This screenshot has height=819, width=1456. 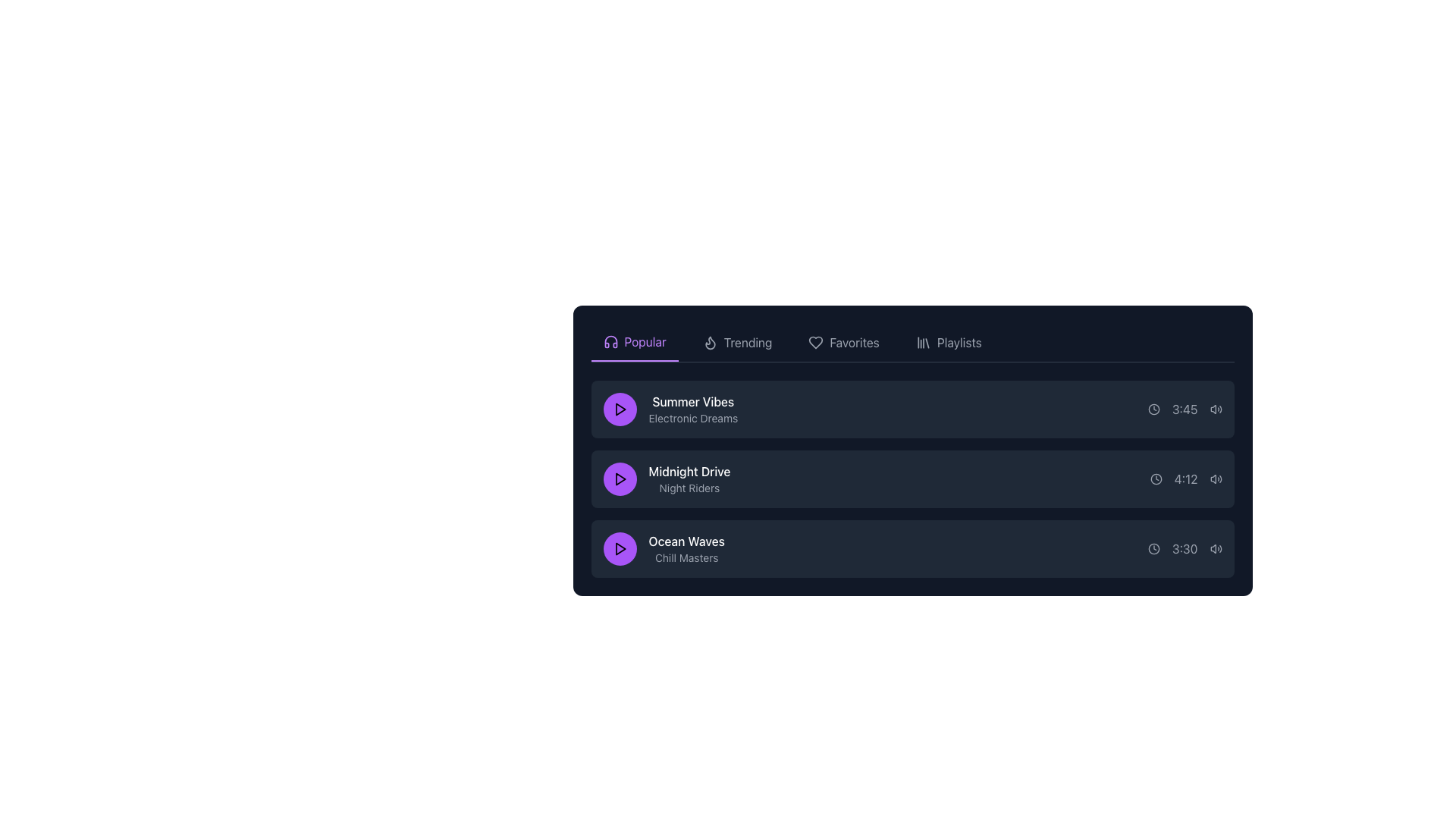 What do you see at coordinates (692, 409) in the screenshot?
I see `the text block that provides information about the music track or playlist titled 'Summer Vibes' and 'Electronic Dreams', located to the right of the circular play button in the first row of a list` at bounding box center [692, 409].